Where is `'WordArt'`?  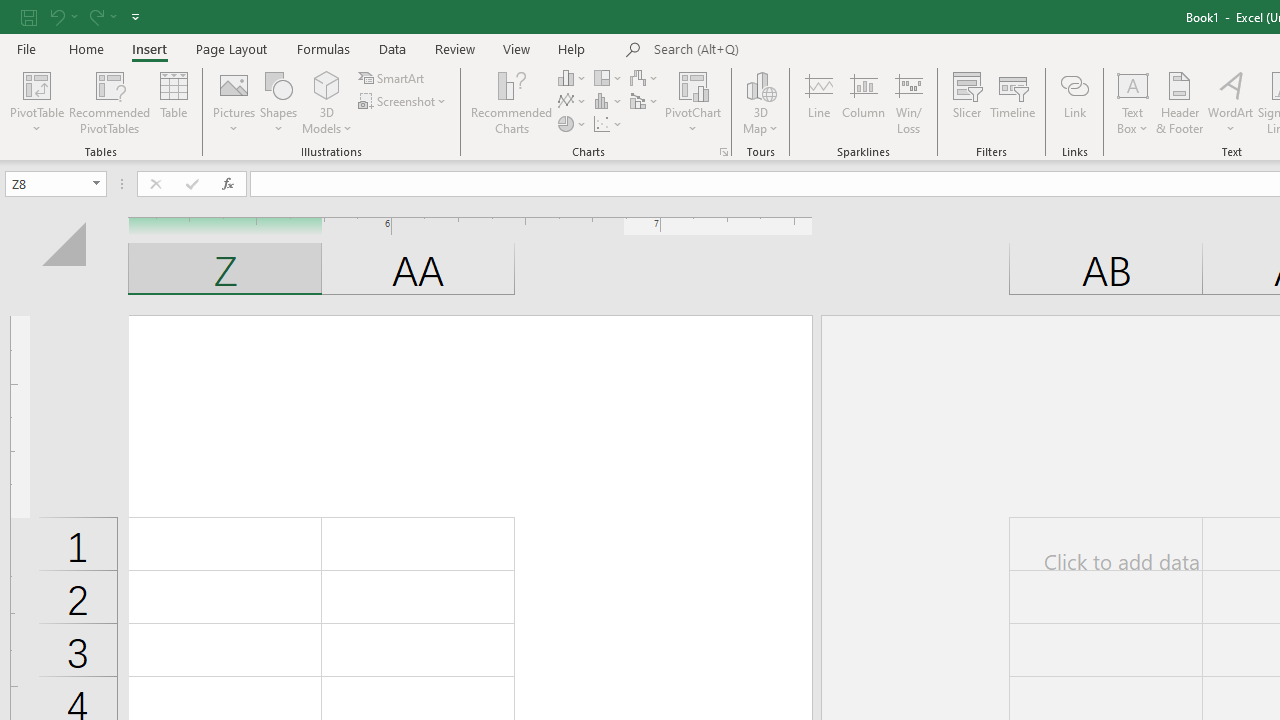
'WordArt' is located at coordinates (1229, 103).